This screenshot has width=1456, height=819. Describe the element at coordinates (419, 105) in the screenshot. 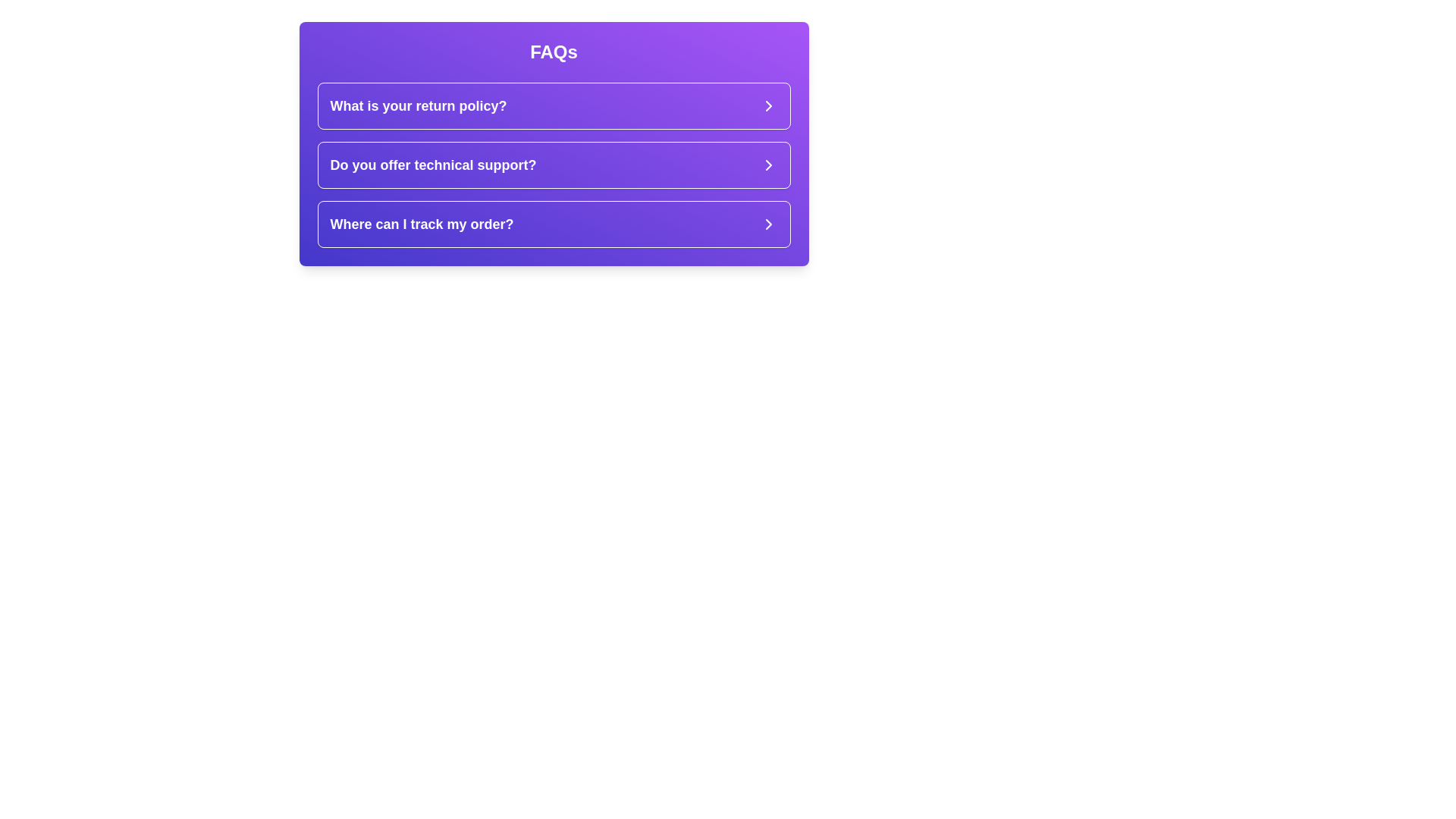

I see `the Static Text Label displaying 'What is your return policy?' which is located in the purple FAQ section` at that location.